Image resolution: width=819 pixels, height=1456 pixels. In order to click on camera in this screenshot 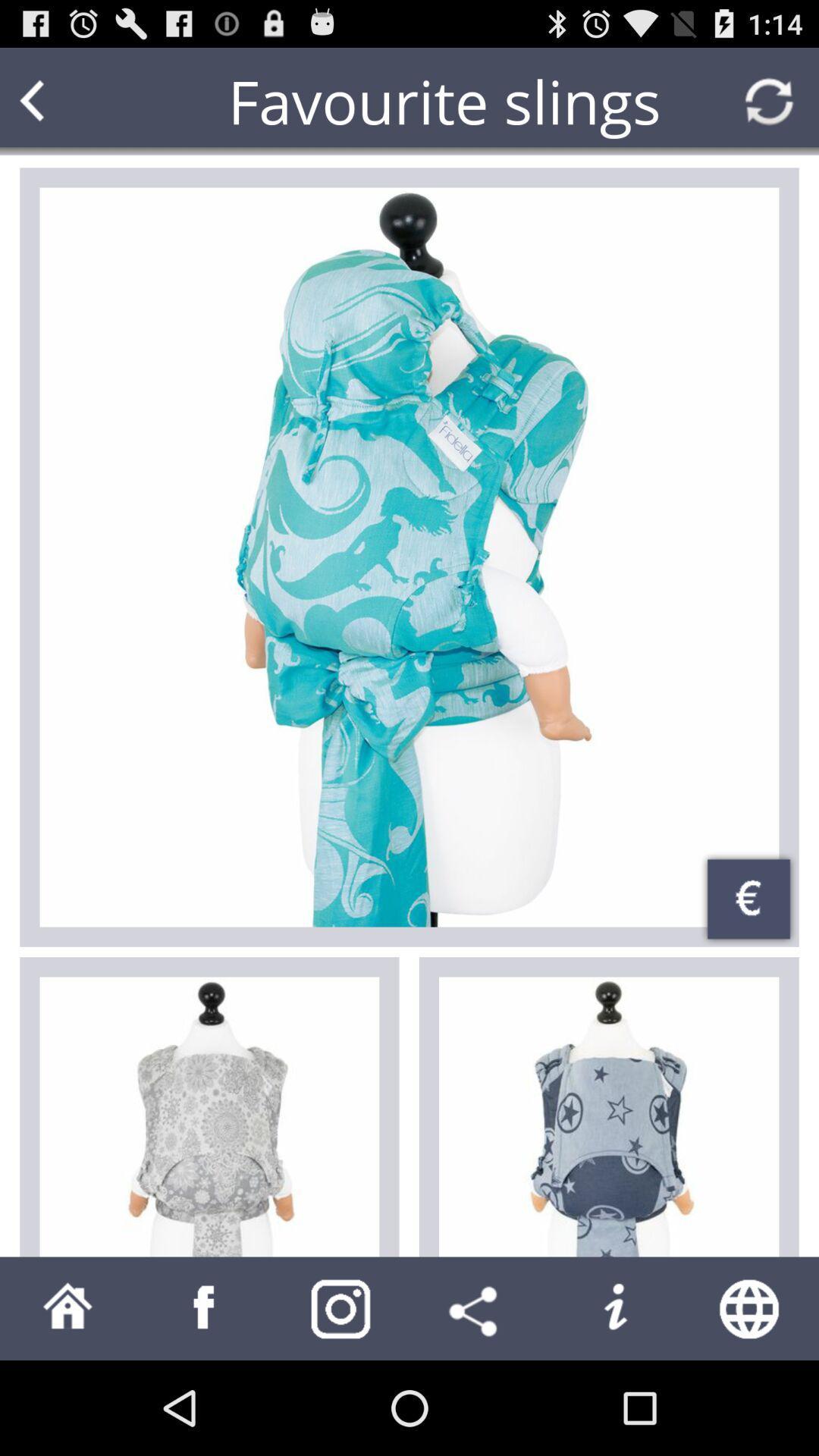, I will do `click(341, 1307)`.